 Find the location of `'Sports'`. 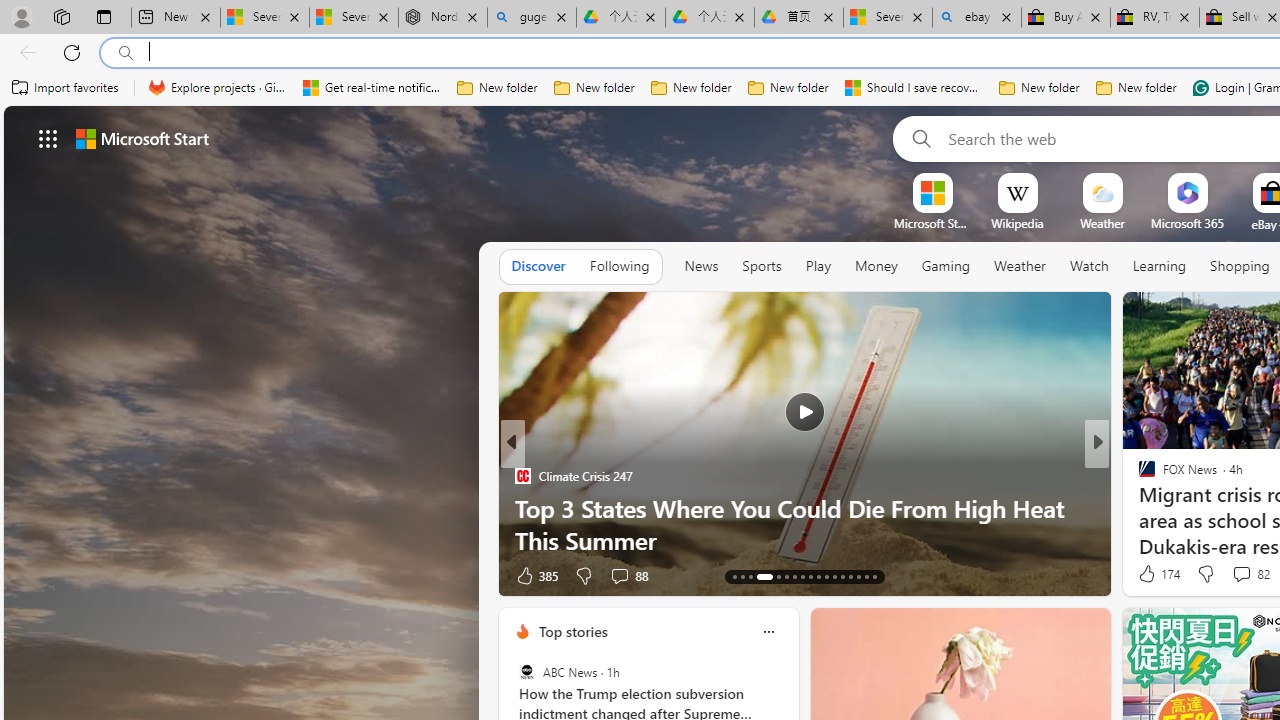

'Sports' is located at coordinates (760, 266).